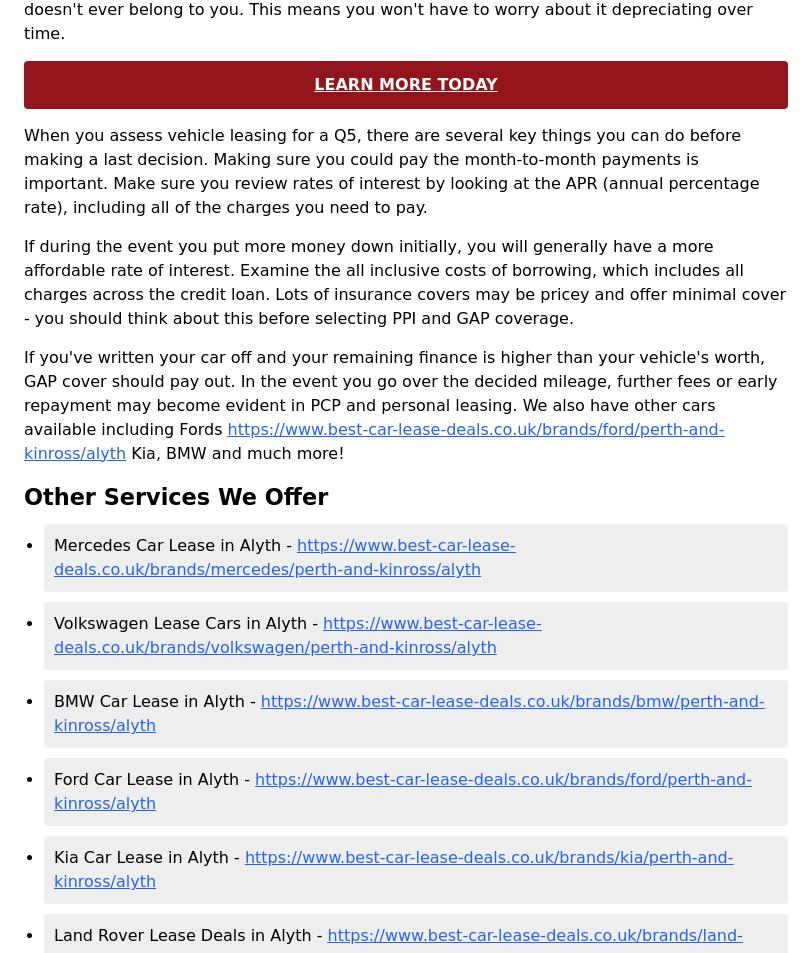  What do you see at coordinates (284, 557) in the screenshot?
I see `'https://www.best-car-lease-deals.co.uk/brands/mercedes/perth-and-kinross/alyth'` at bounding box center [284, 557].